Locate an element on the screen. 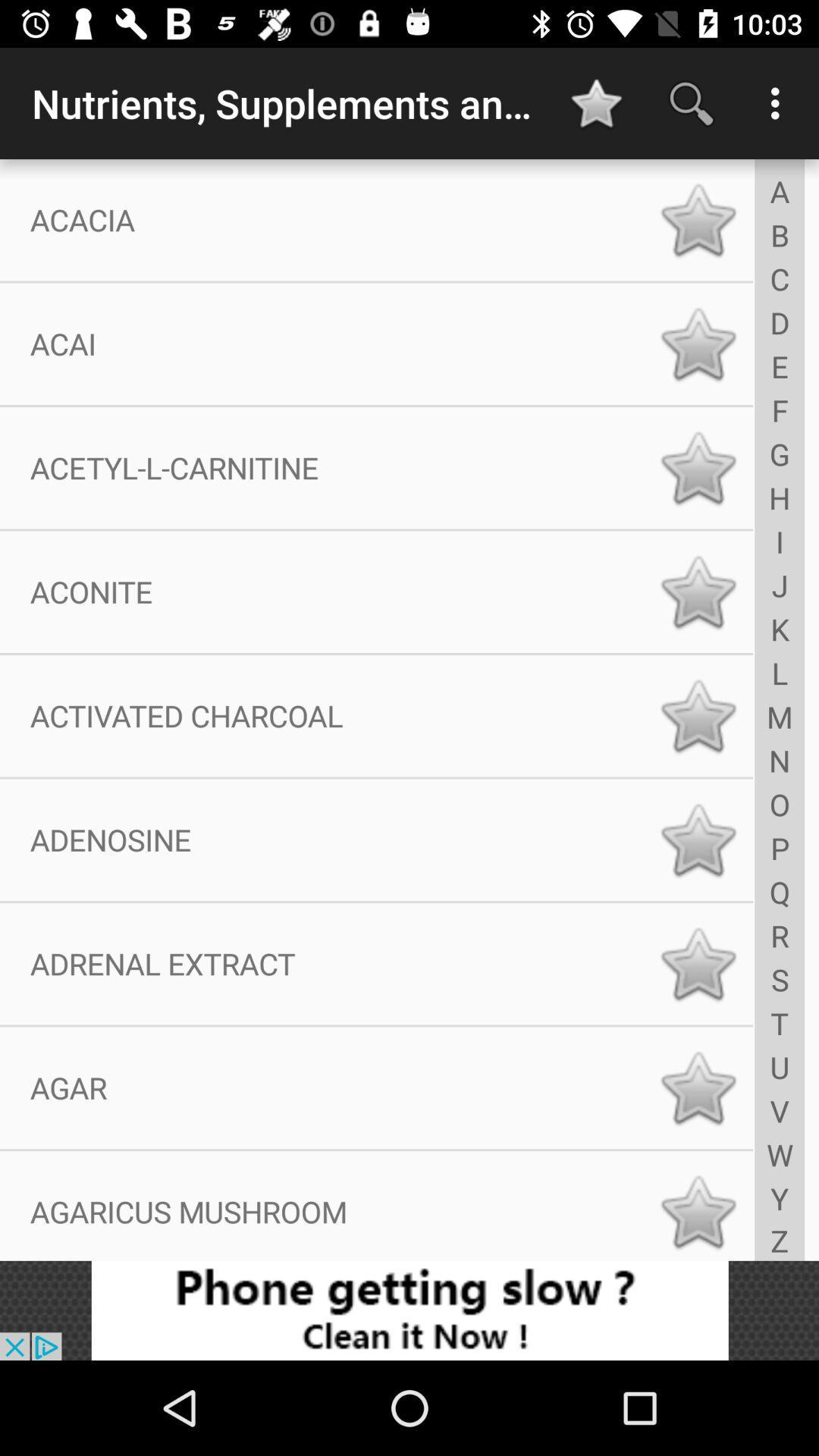  favorite is located at coordinates (698, 219).